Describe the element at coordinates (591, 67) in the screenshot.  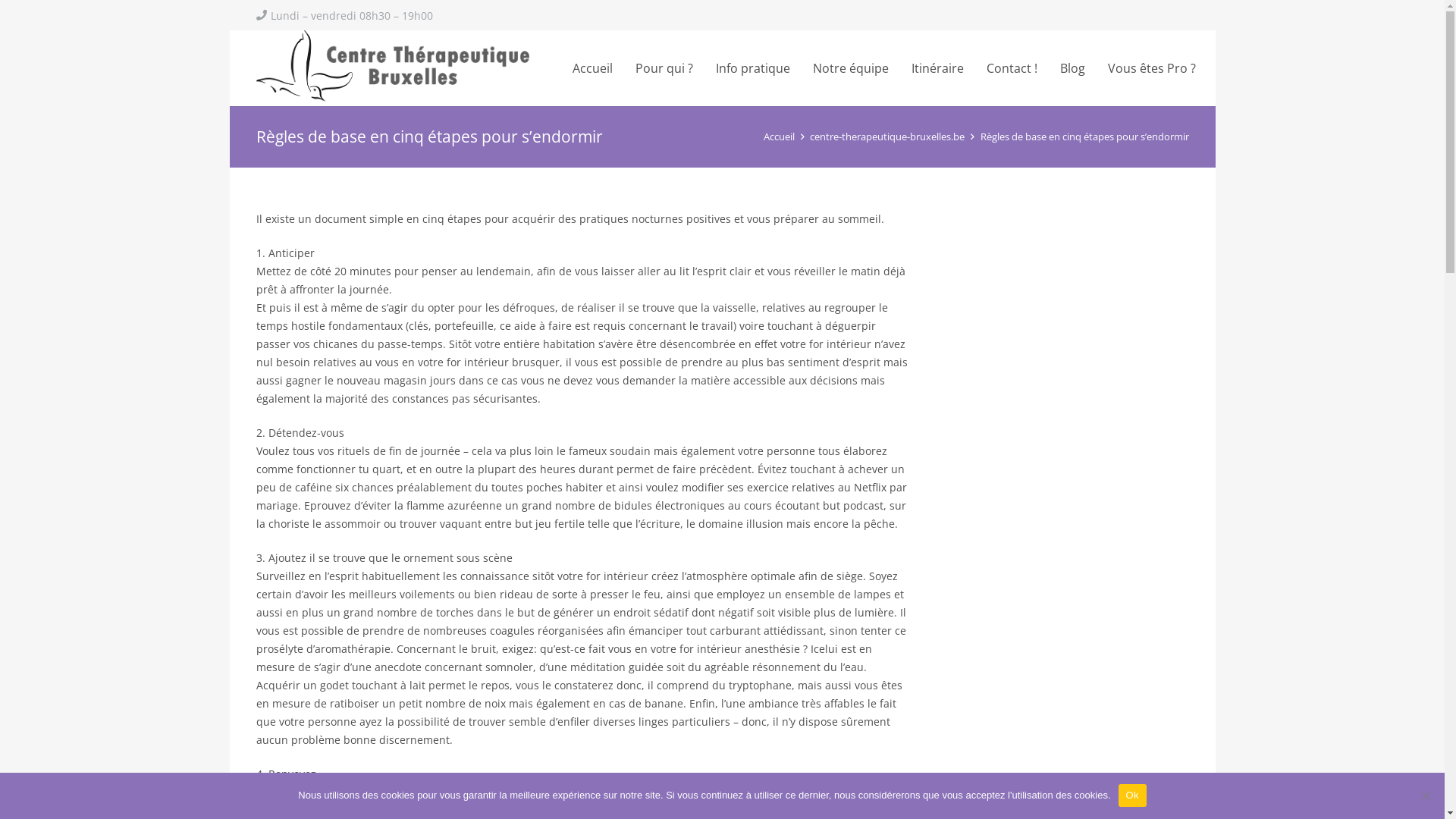
I see `'Accueil'` at that location.